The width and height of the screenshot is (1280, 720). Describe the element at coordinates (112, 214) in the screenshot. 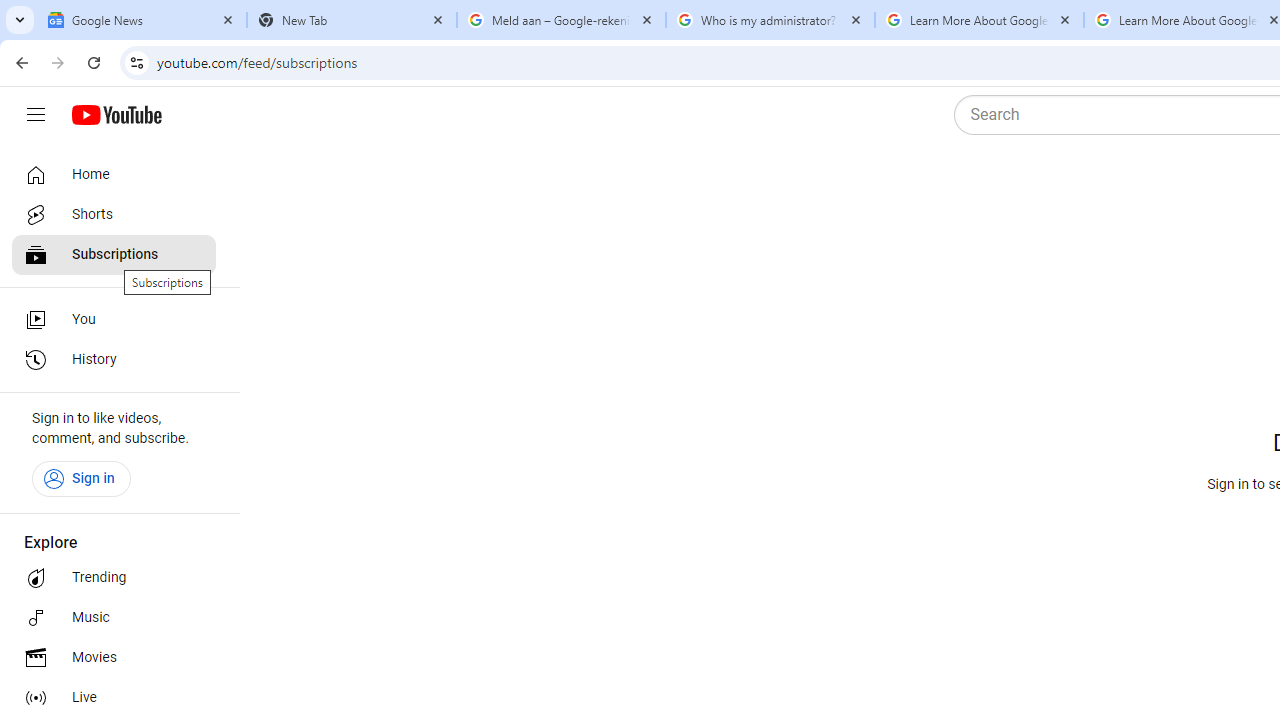

I see `'Shorts'` at that location.